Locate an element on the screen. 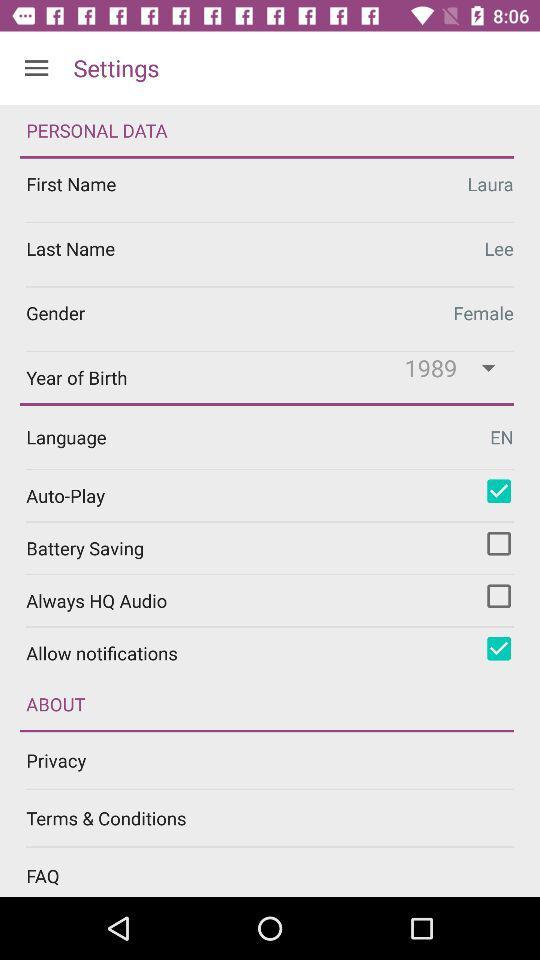 This screenshot has width=540, height=960. the item to the right of always hq audio is located at coordinates (498, 596).